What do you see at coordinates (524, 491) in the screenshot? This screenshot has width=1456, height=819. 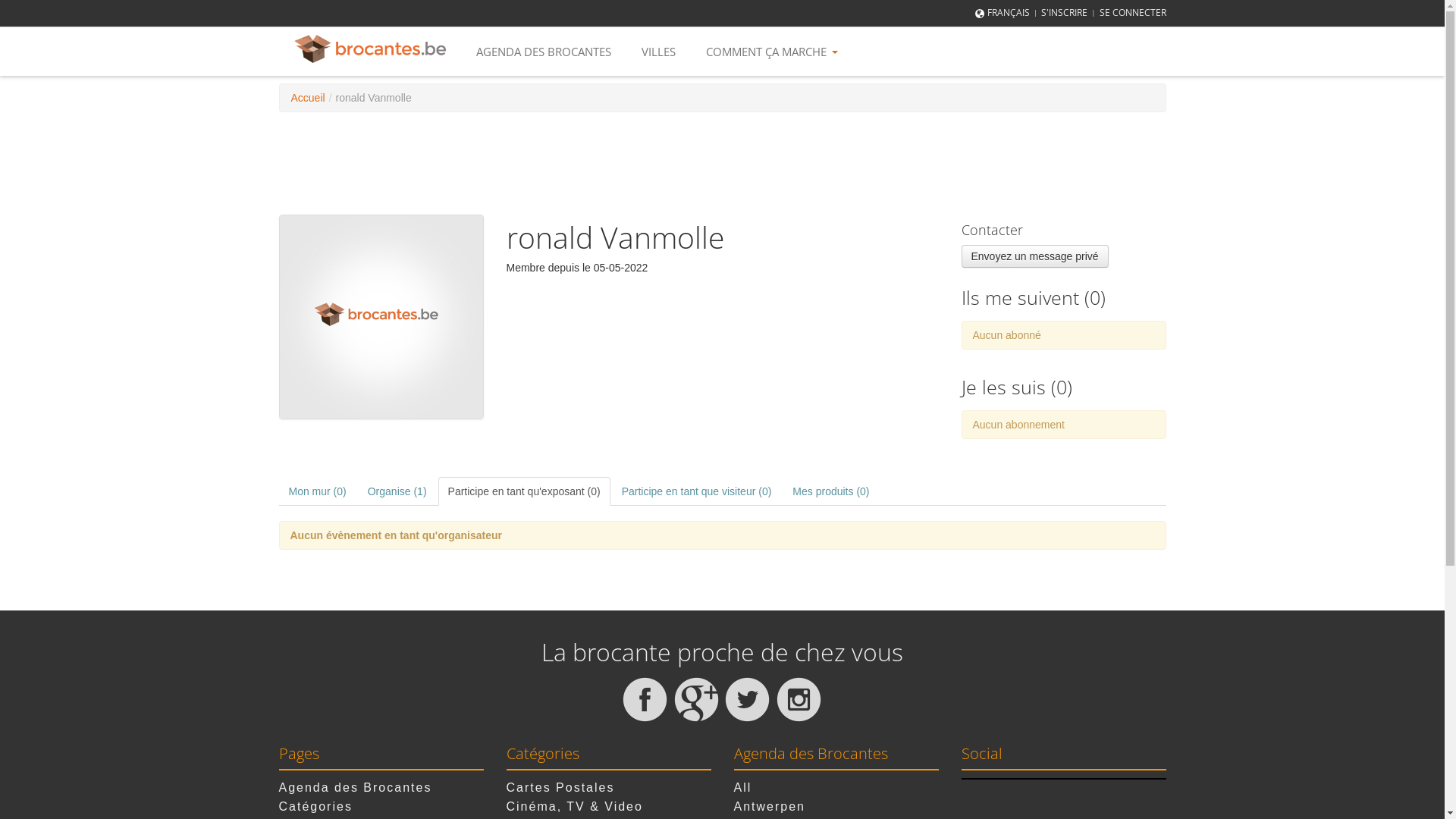 I see `'Participe en tant qu'exposant (0)'` at bounding box center [524, 491].